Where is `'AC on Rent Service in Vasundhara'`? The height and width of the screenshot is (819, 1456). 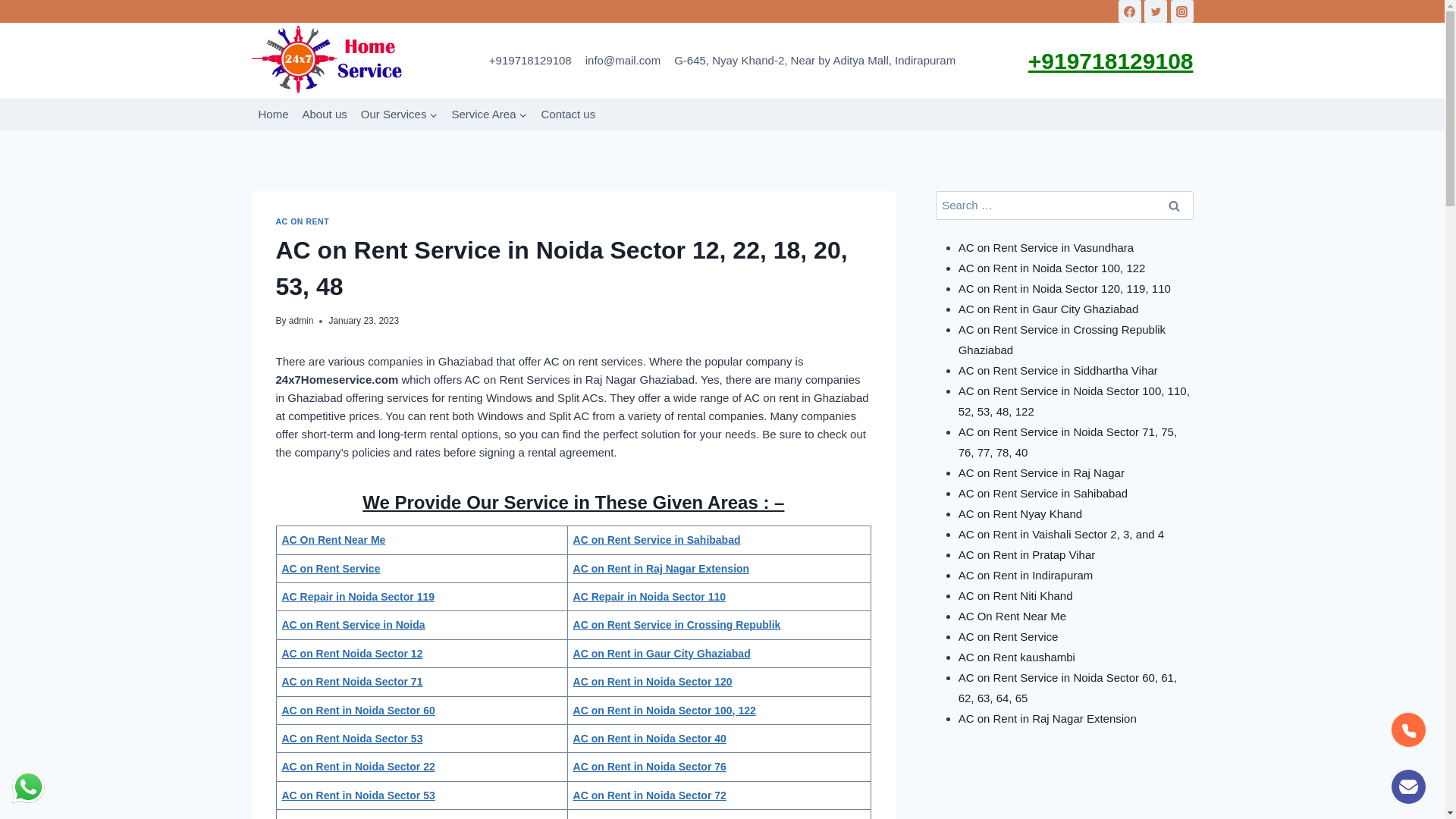 'AC on Rent Service in Vasundhara' is located at coordinates (957, 246).